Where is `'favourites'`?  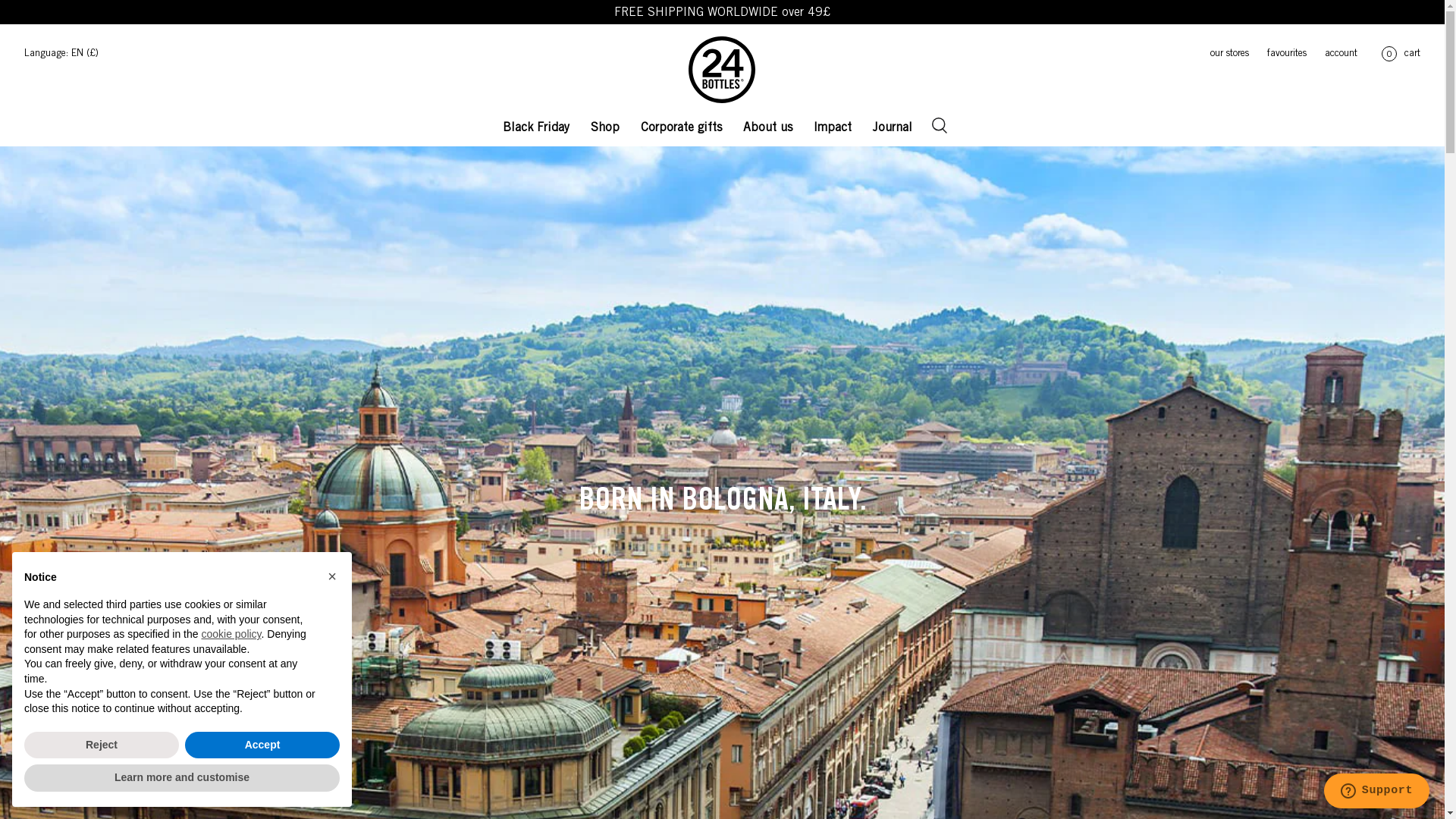
'favourites' is located at coordinates (1248, 54).